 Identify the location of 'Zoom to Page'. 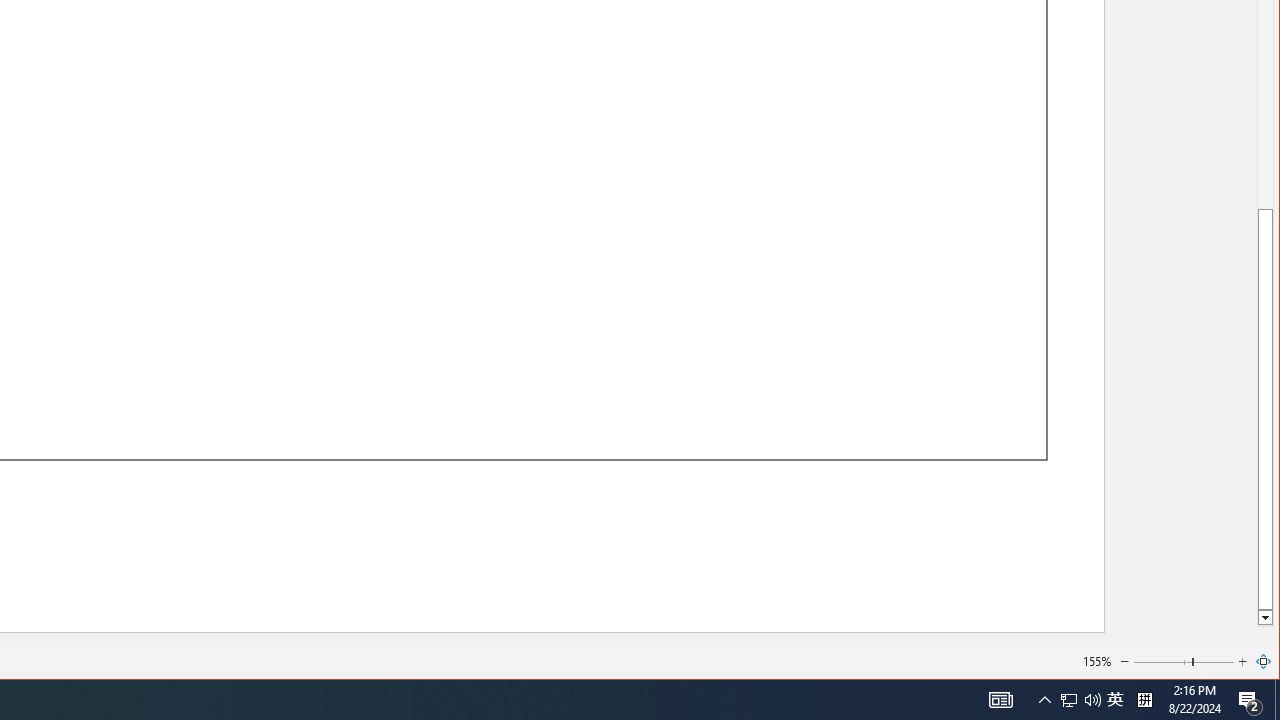
(1263, 662).